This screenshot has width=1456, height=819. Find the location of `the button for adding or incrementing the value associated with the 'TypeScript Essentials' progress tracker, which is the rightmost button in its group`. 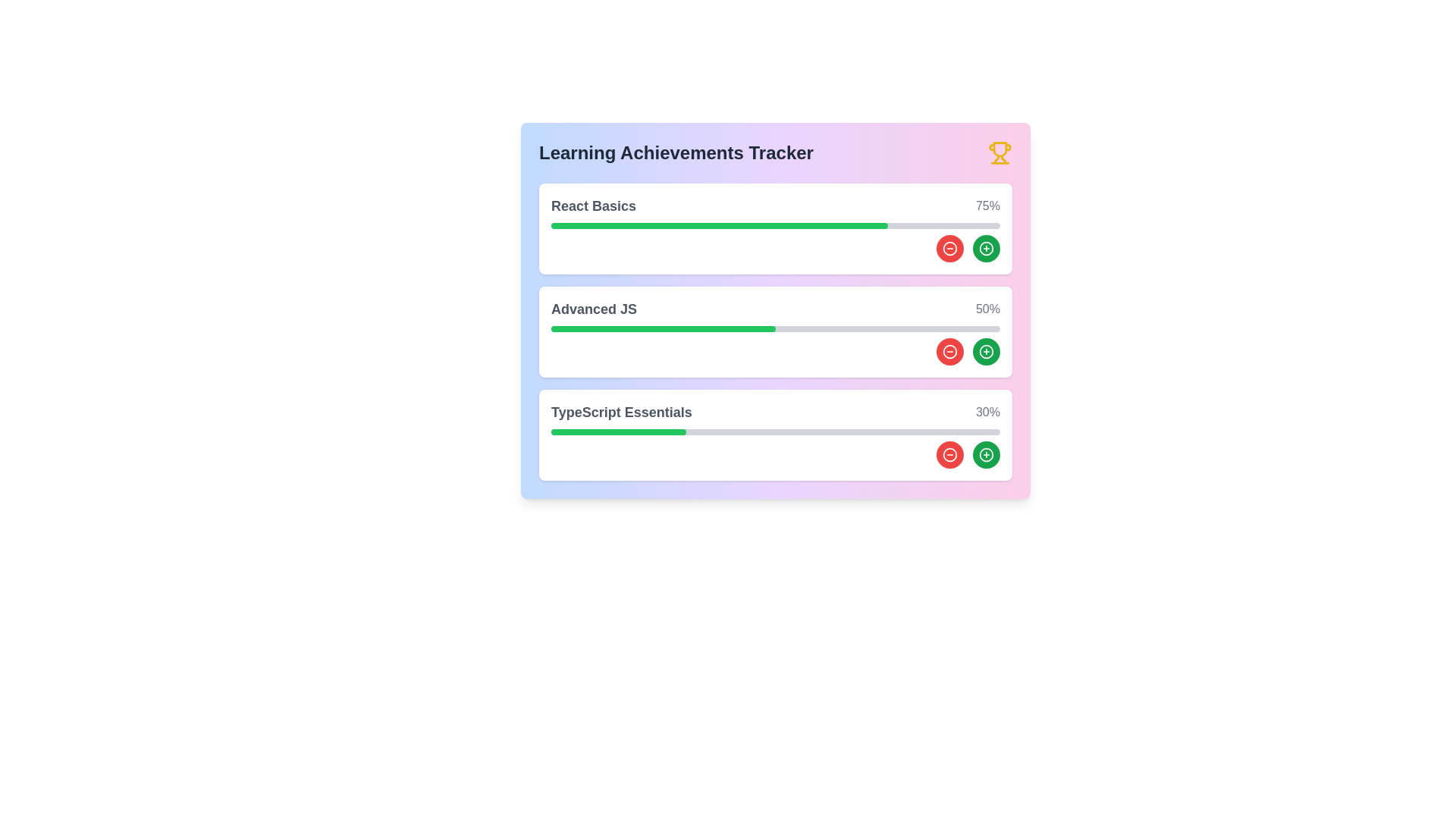

the button for adding or incrementing the value associated with the 'TypeScript Essentials' progress tracker, which is the rightmost button in its group is located at coordinates (986, 454).